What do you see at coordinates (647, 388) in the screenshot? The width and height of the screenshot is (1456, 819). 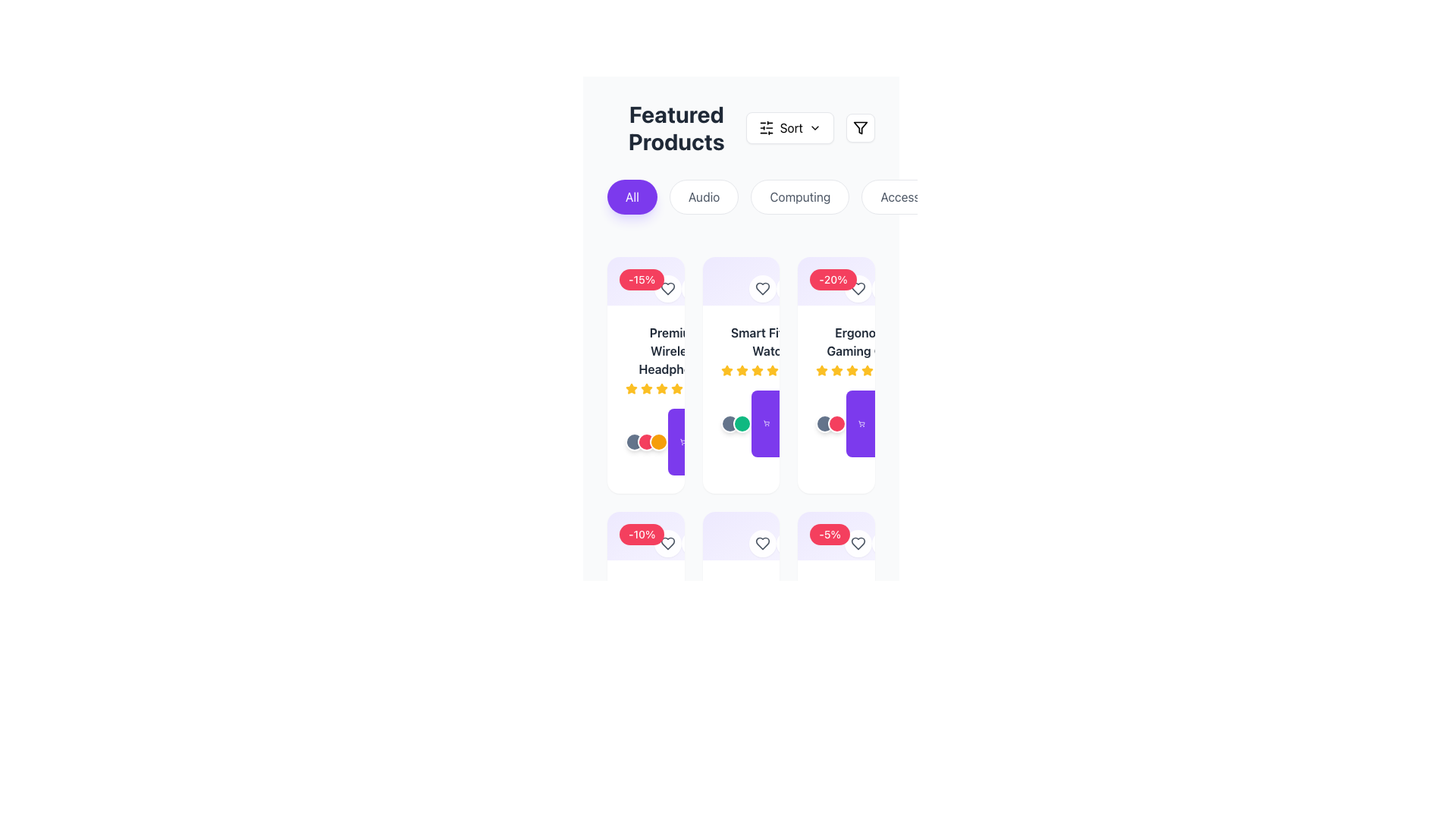 I see `the graphical appearance of the amber-yellow star icon in the rating control, which is the second star from the left` at bounding box center [647, 388].